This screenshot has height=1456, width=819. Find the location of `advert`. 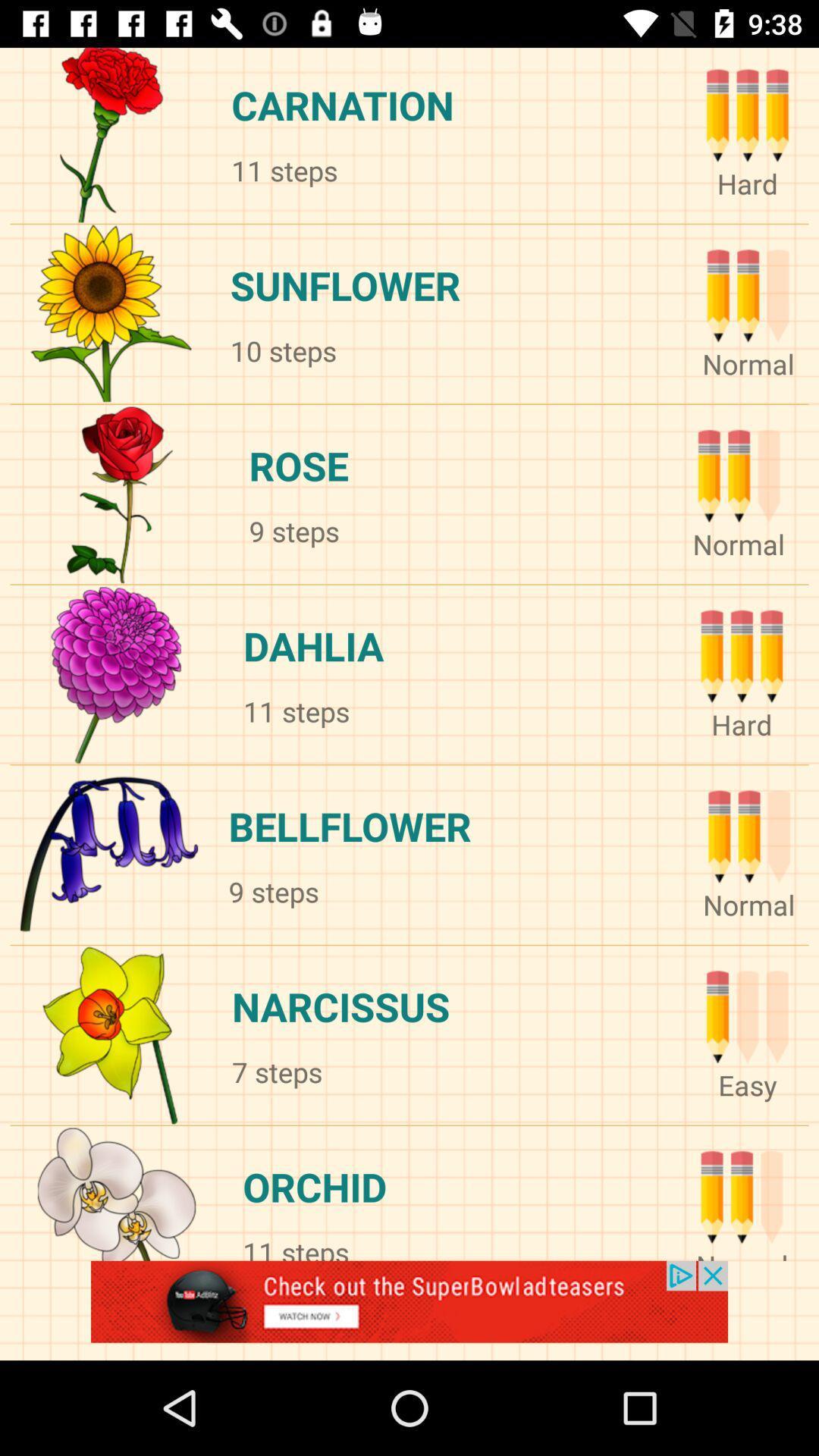

advert is located at coordinates (409, 1310).